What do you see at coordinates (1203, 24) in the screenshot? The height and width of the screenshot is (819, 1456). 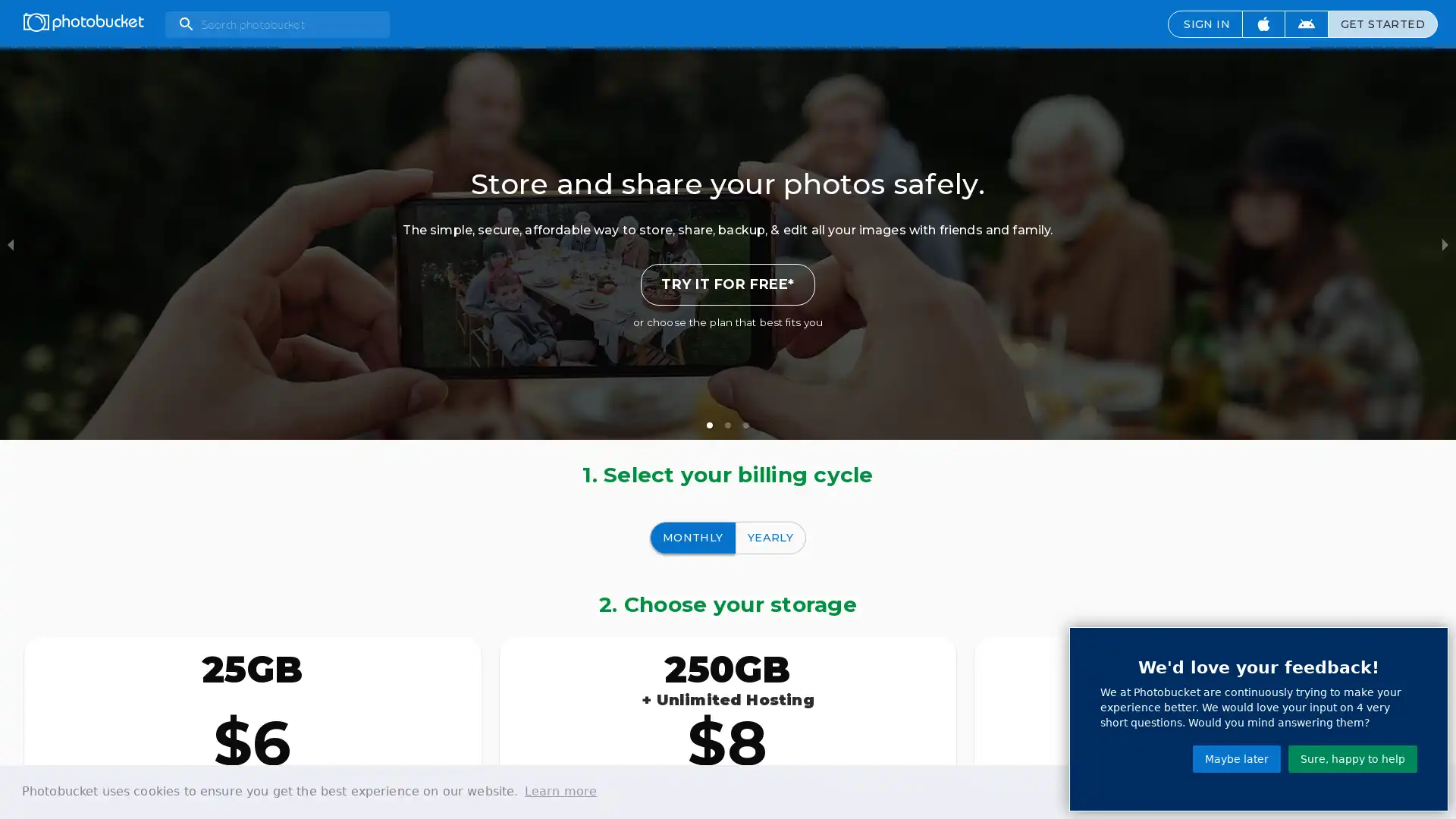 I see `SIGN IN` at bounding box center [1203, 24].